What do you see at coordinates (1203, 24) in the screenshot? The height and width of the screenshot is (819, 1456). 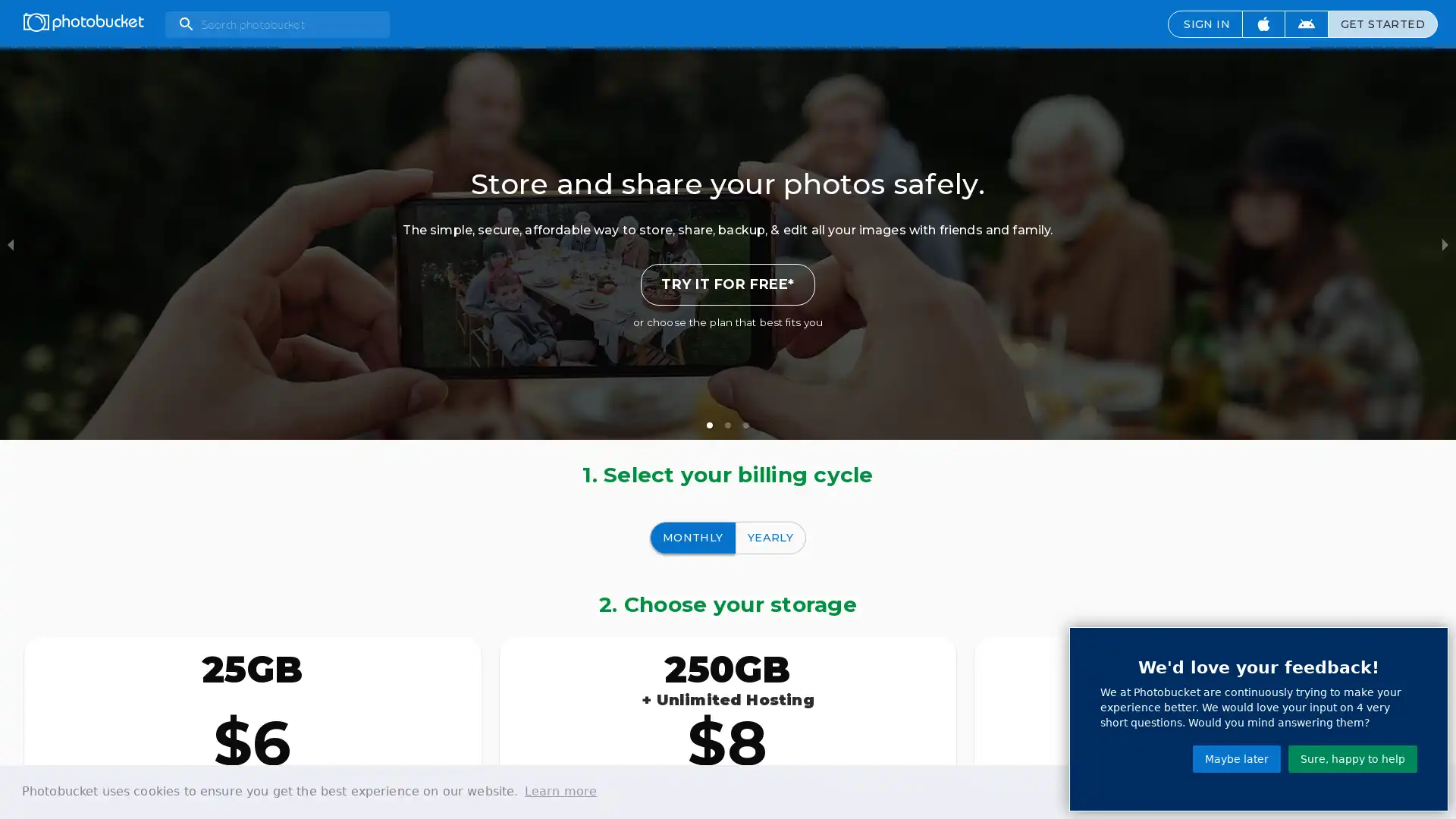 I see `SIGN IN` at bounding box center [1203, 24].